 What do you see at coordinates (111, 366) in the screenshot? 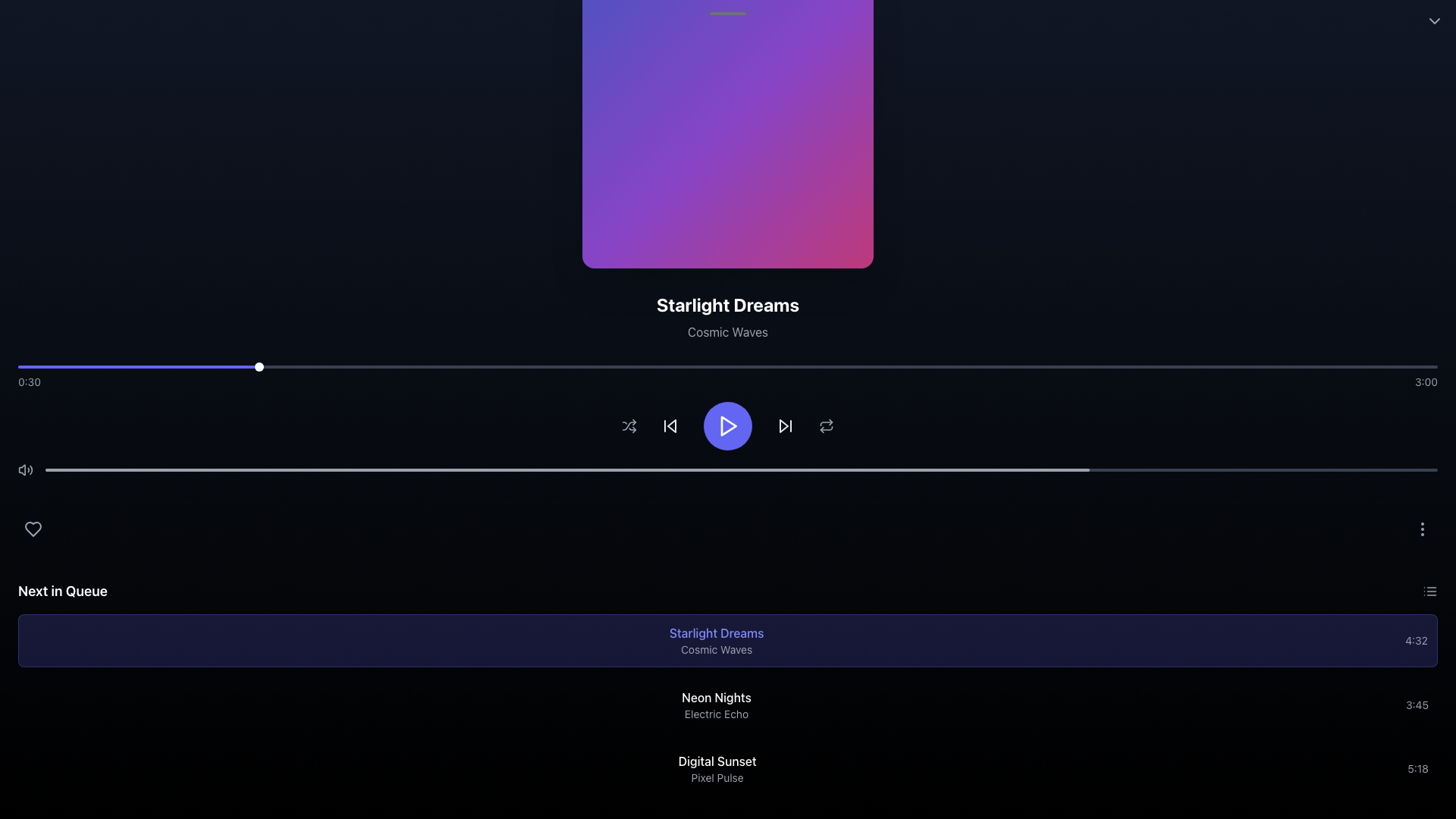
I see `playback position` at bounding box center [111, 366].